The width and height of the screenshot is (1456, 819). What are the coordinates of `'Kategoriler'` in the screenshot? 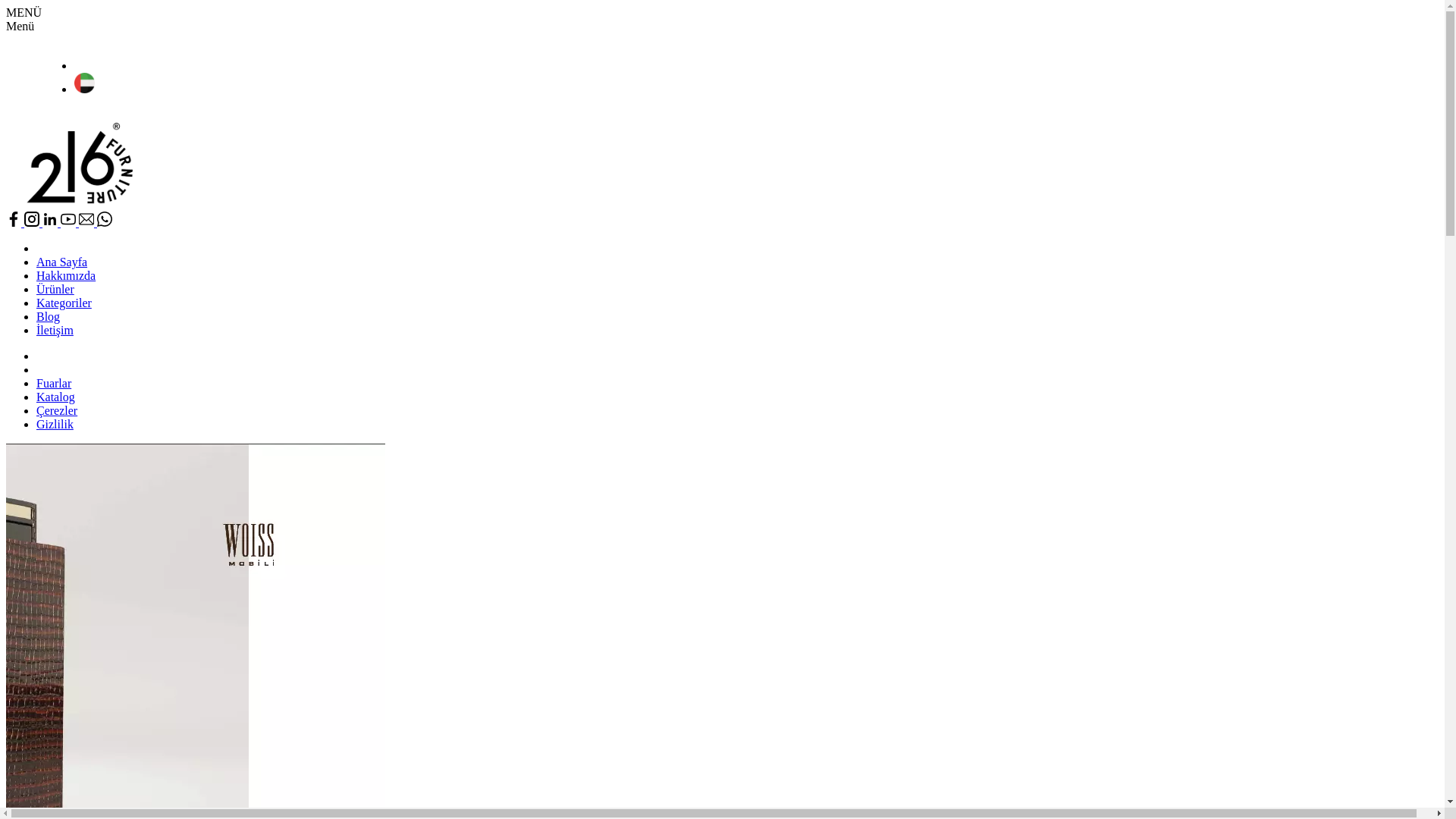 It's located at (63, 303).